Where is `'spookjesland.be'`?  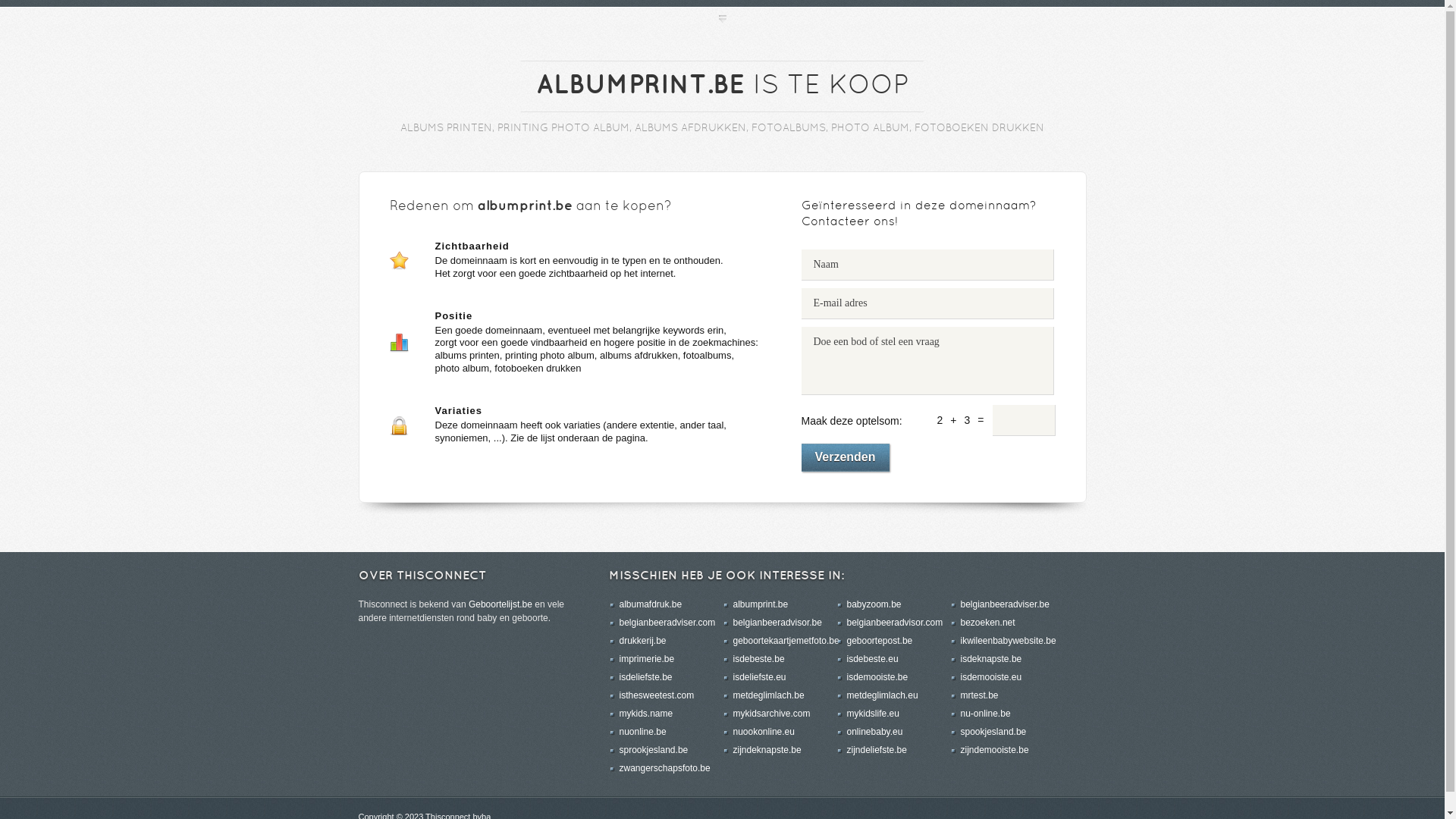
'spookjesland.be' is located at coordinates (993, 730).